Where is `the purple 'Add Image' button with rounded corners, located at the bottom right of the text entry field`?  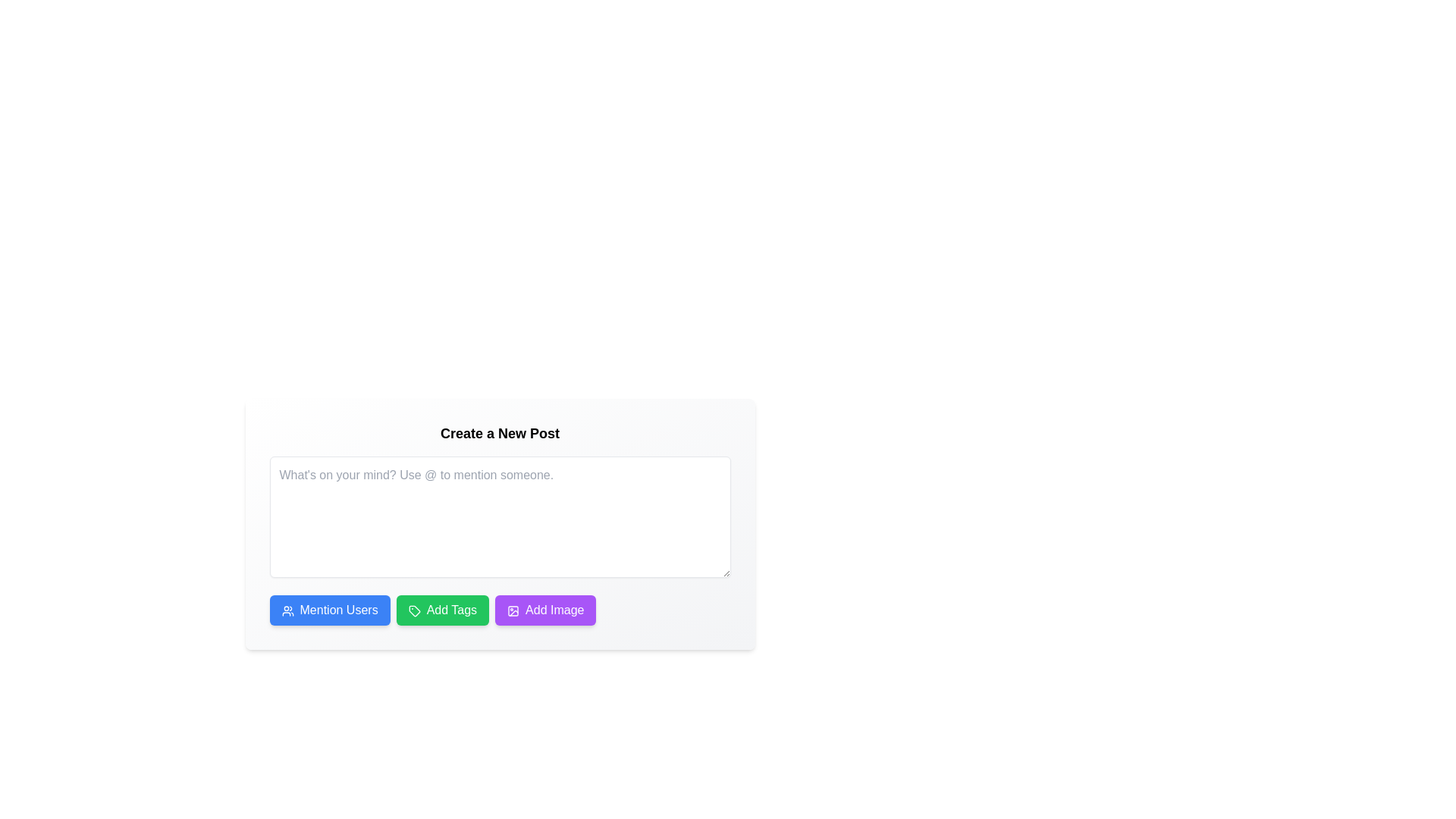
the purple 'Add Image' button with rounded corners, located at the bottom right of the text entry field is located at coordinates (545, 610).